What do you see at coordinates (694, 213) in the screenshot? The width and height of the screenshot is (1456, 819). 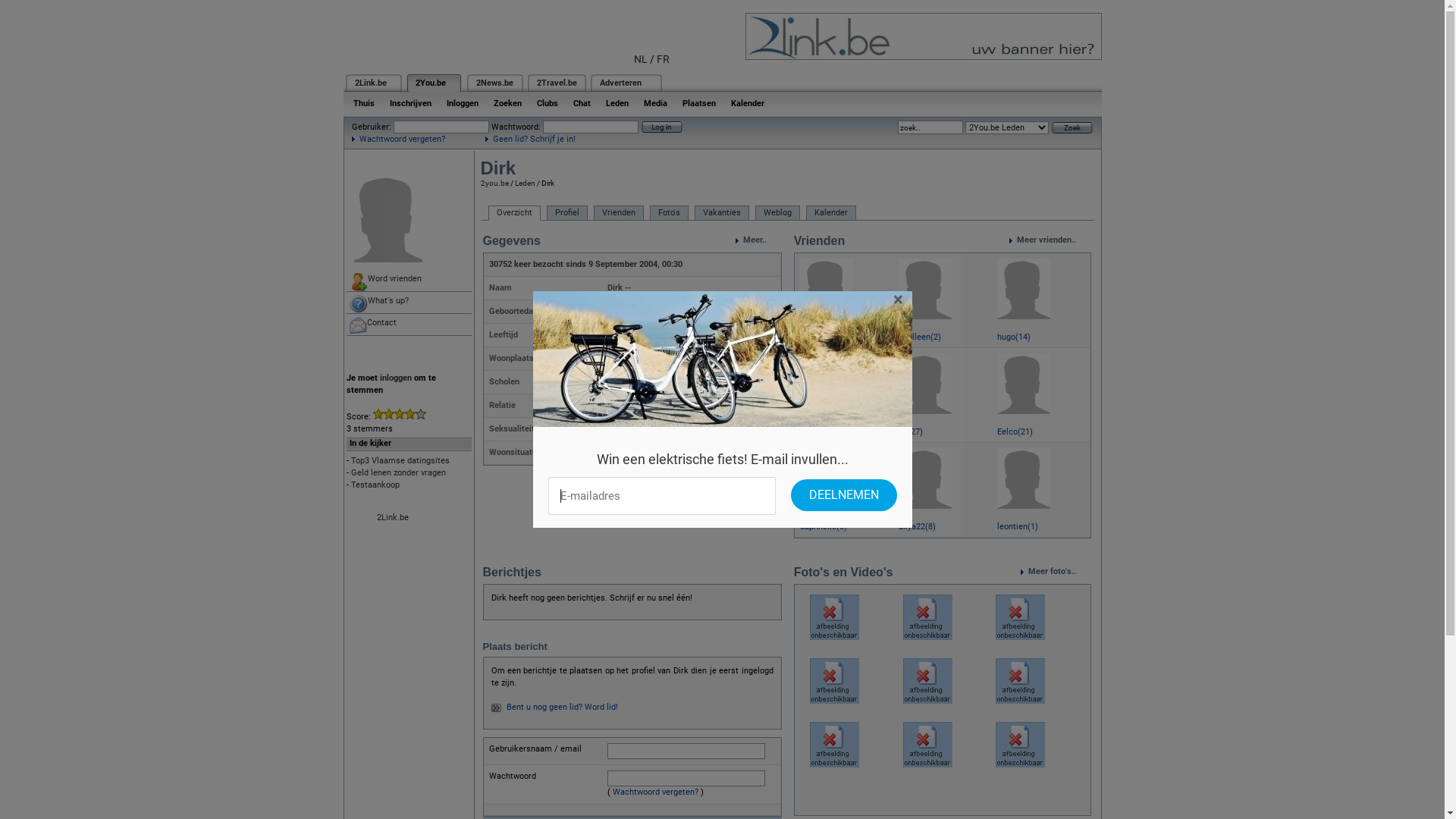 I see `'Vakanties'` at bounding box center [694, 213].